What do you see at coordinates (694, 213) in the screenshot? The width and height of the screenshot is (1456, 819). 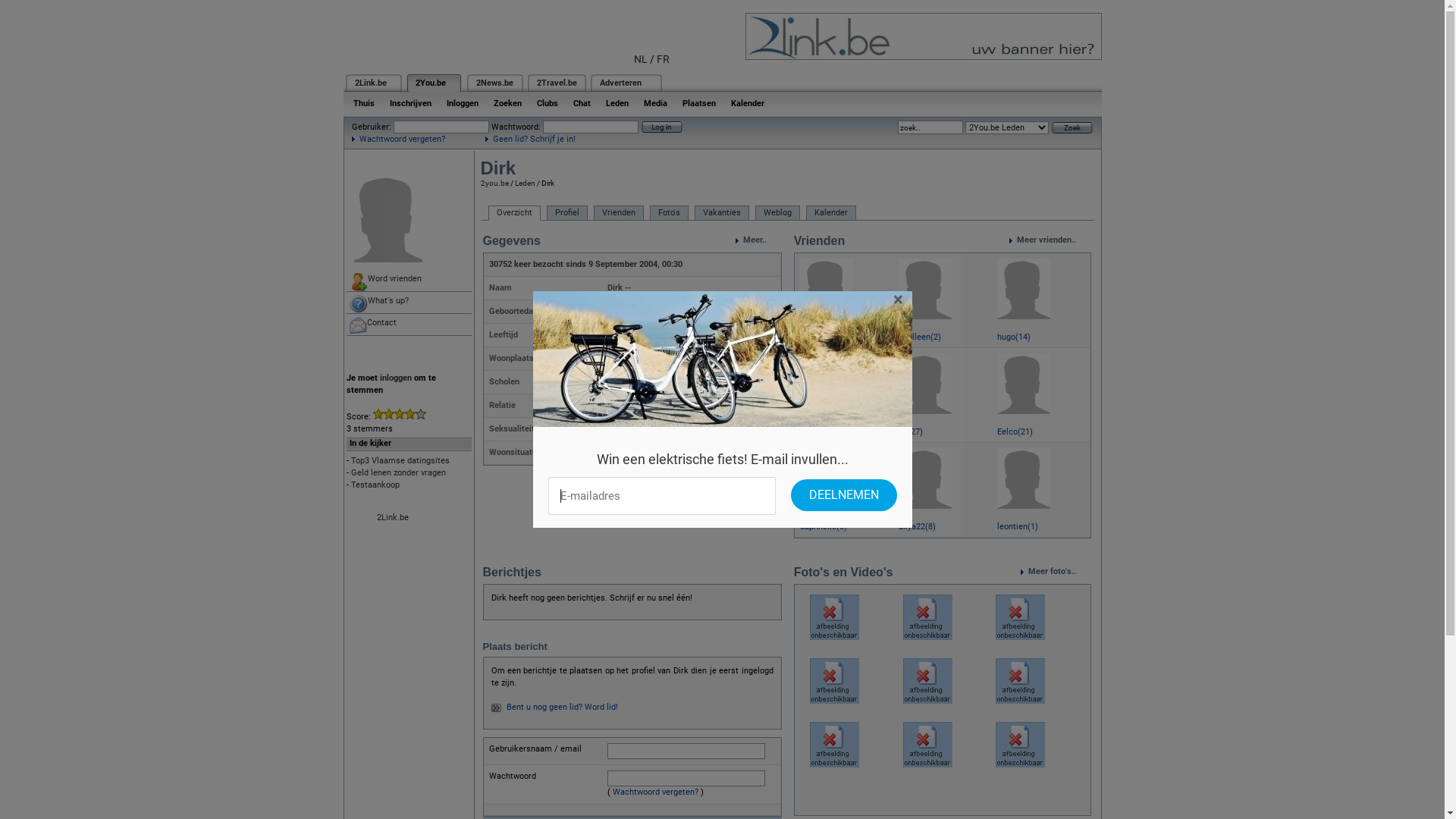 I see `'Vakanties'` at bounding box center [694, 213].